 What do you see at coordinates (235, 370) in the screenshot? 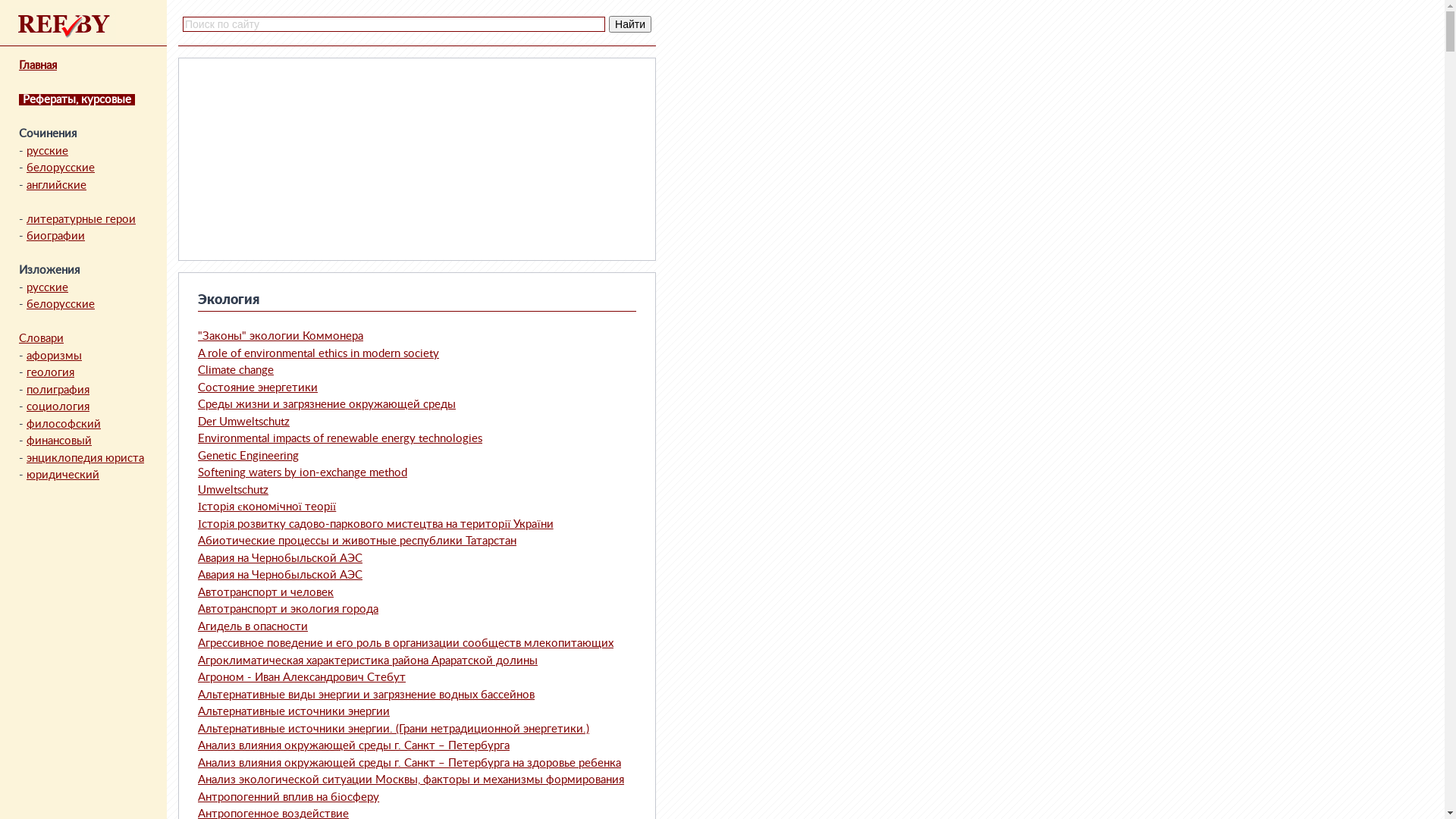
I see `'Climate change'` at bounding box center [235, 370].